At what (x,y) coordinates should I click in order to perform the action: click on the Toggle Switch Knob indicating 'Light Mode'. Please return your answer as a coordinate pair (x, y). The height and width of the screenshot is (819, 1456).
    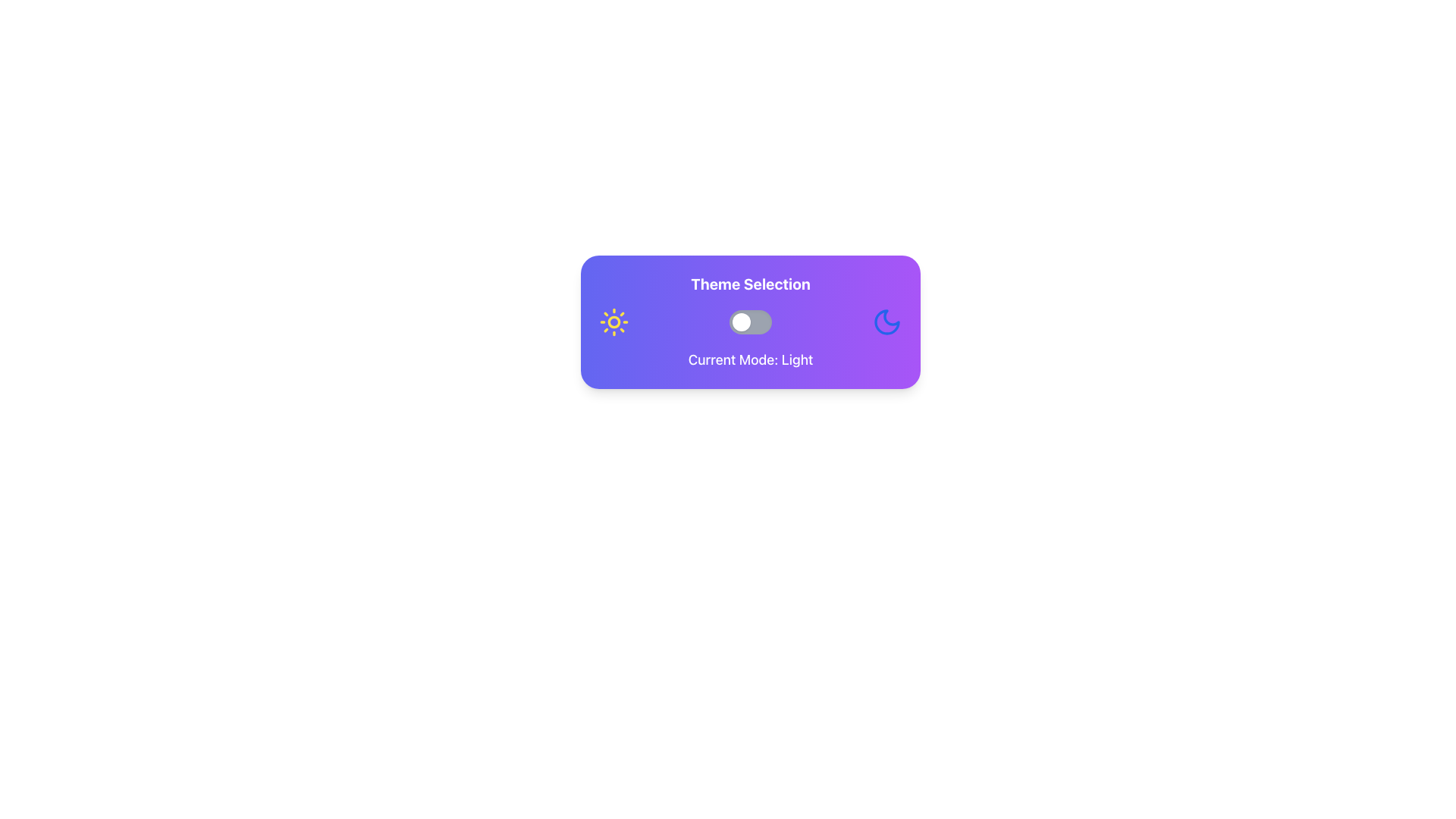
    Looking at the image, I should click on (742, 321).